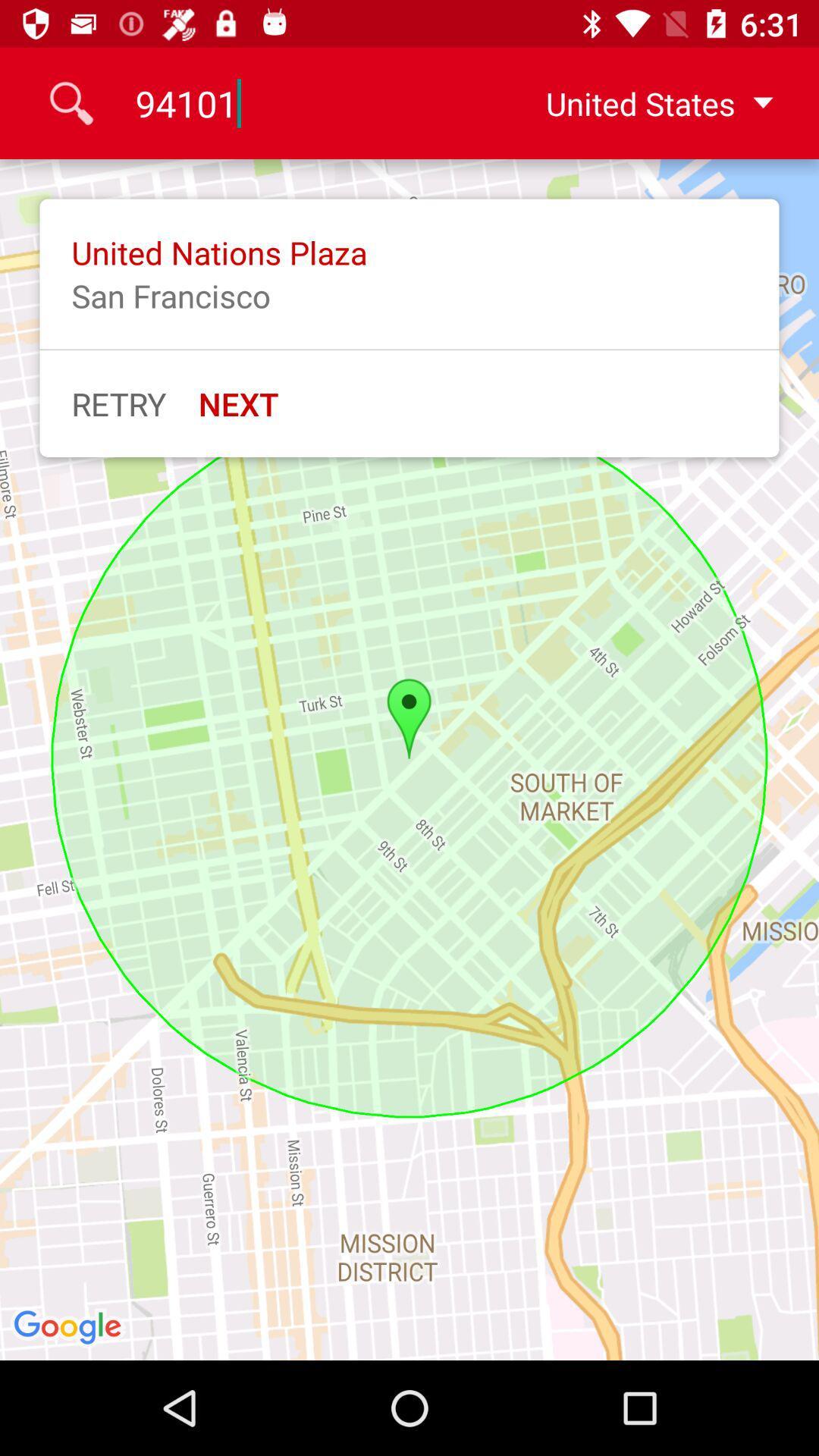 The width and height of the screenshot is (819, 1456). What do you see at coordinates (238, 403) in the screenshot?
I see `next` at bounding box center [238, 403].